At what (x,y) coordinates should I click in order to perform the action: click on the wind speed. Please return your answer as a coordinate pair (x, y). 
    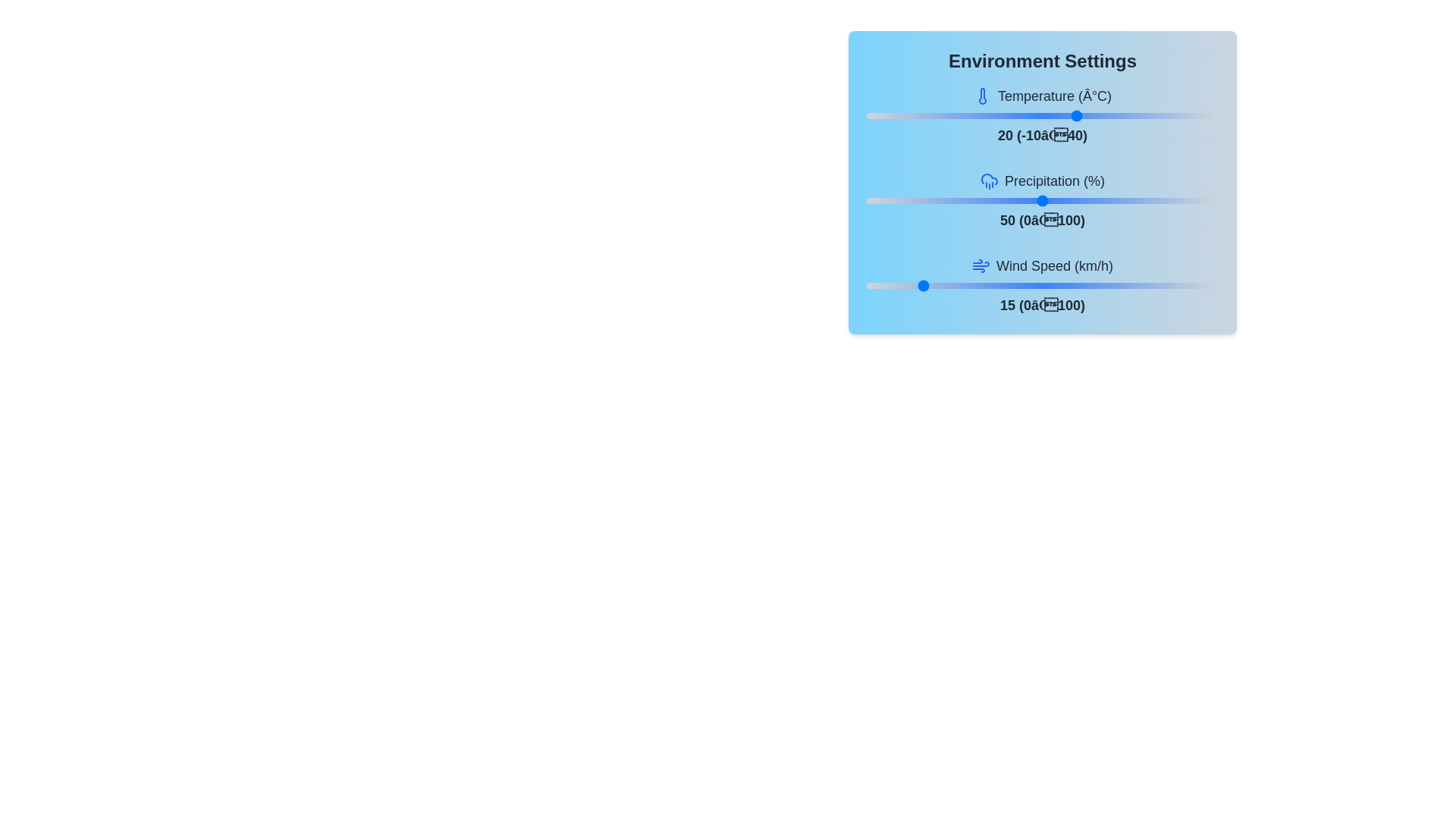
    Looking at the image, I should click on (1049, 286).